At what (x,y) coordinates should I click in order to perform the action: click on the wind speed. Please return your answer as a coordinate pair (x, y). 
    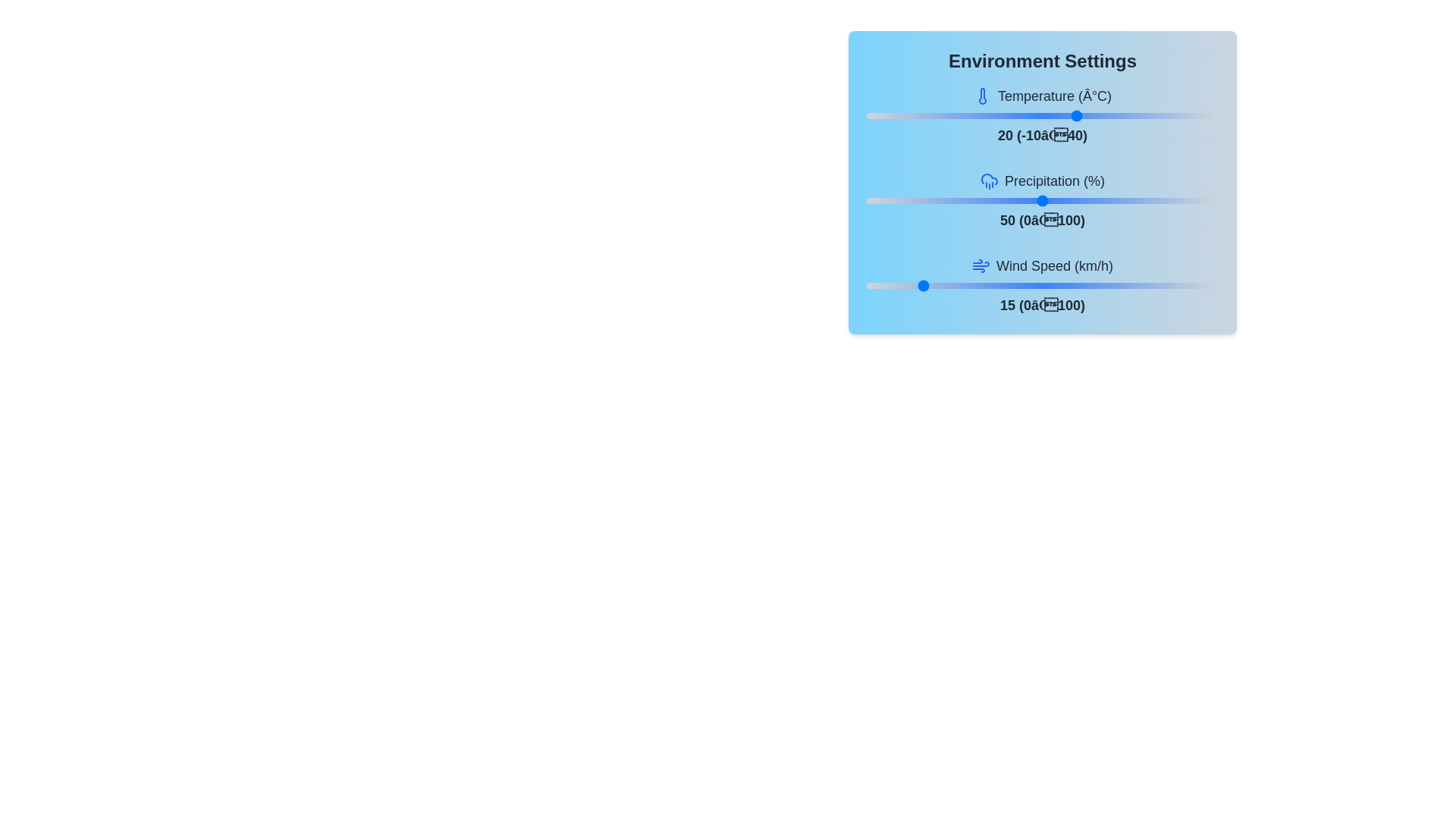
    Looking at the image, I should click on (1049, 286).